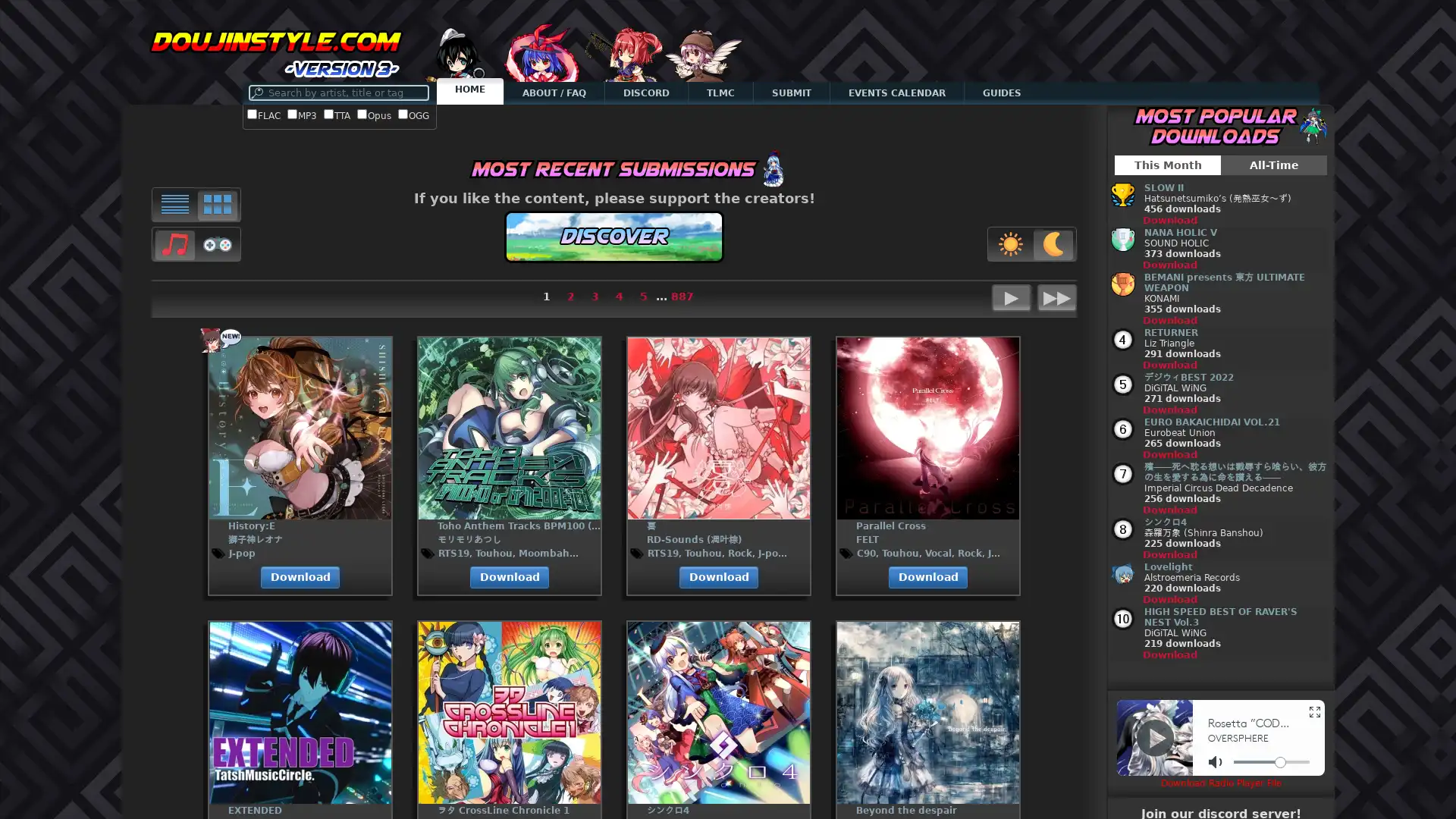  I want to click on Download, so click(1169, 554).